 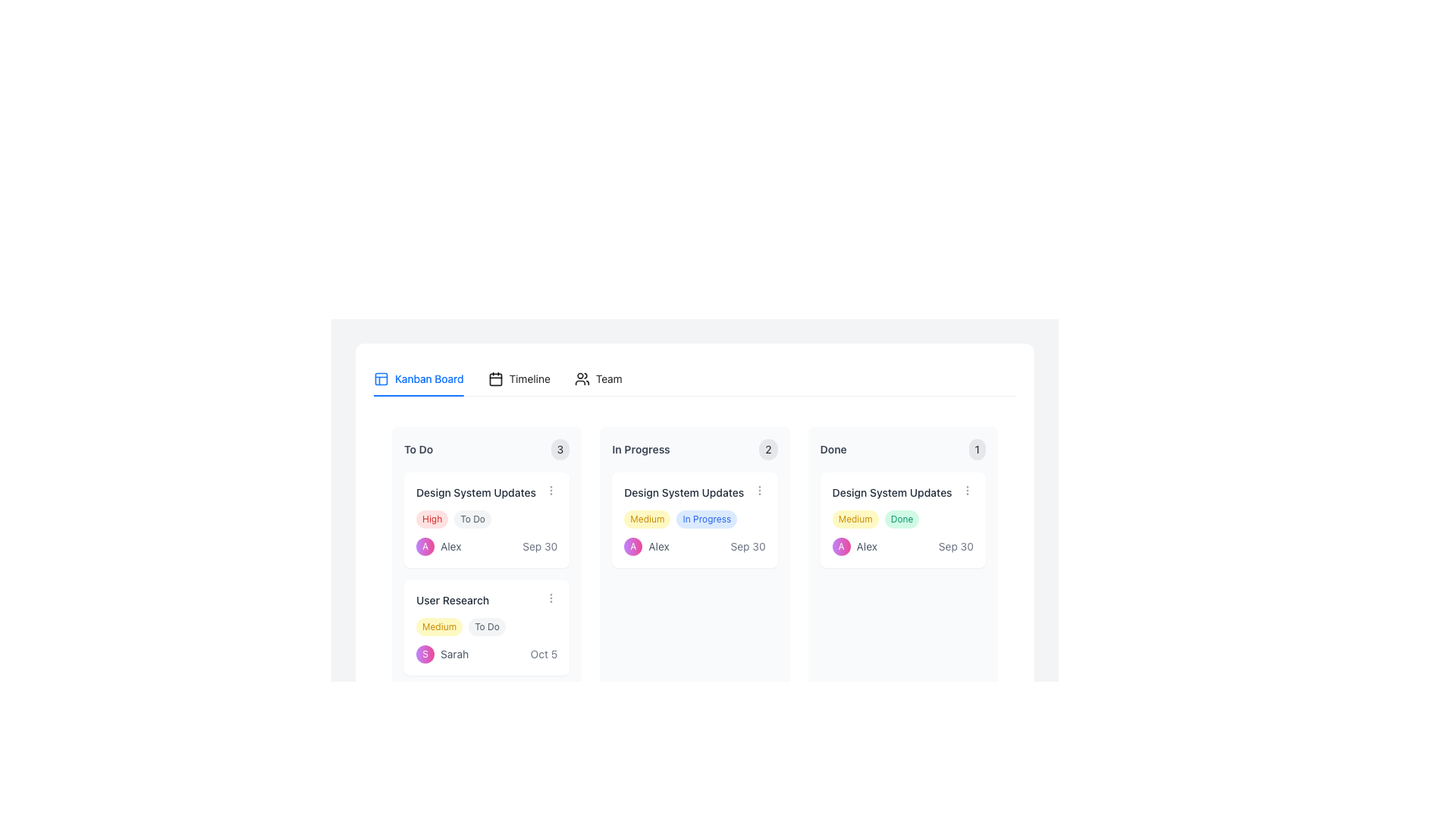 What do you see at coordinates (748, 547) in the screenshot?
I see `the text label in the lower-right corner of the task card in the 'In Progress' column, which provides date-related information` at bounding box center [748, 547].